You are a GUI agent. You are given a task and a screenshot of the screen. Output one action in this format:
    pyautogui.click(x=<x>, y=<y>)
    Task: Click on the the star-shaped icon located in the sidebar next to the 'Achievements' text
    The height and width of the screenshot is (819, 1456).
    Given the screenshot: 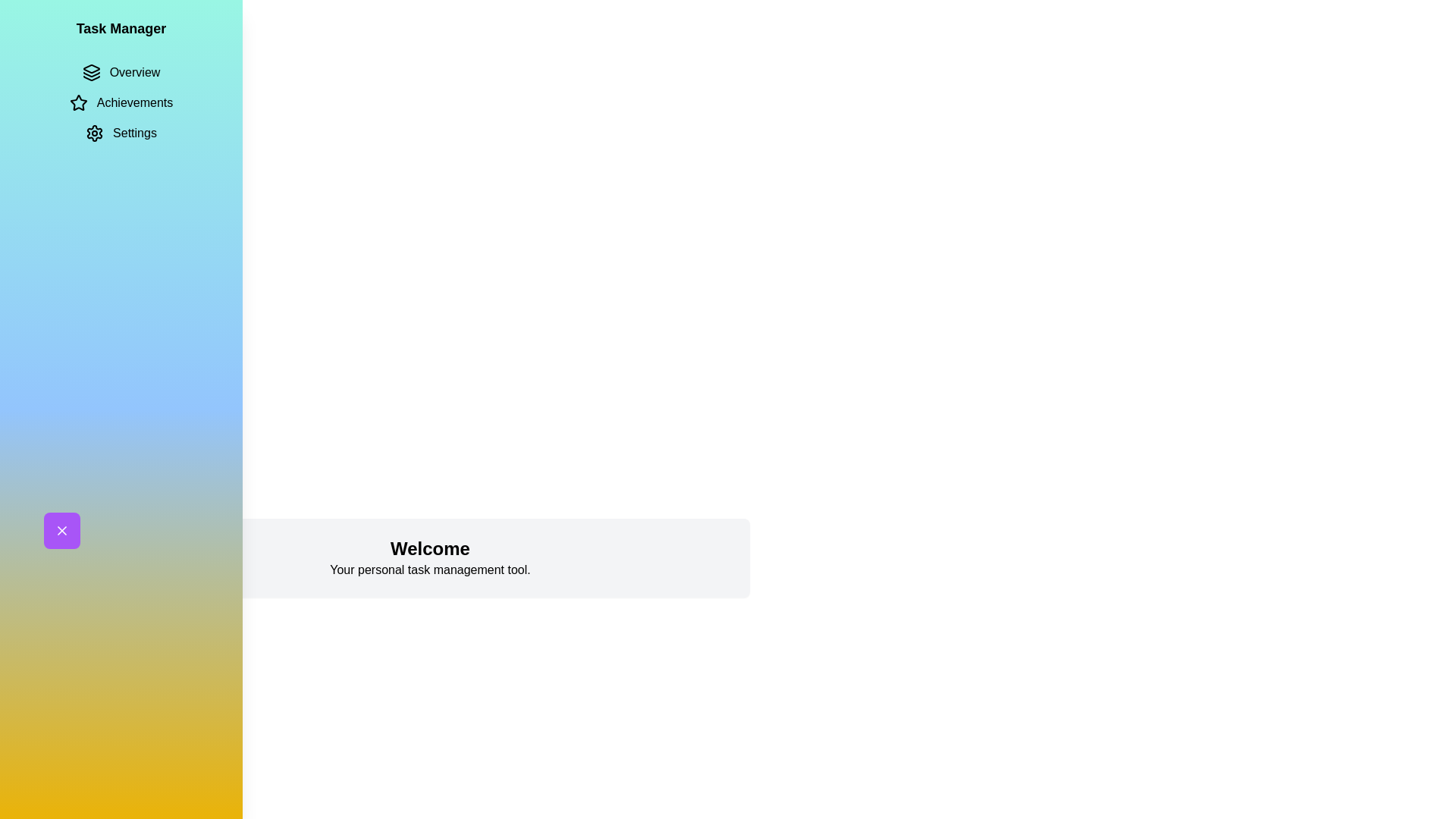 What is the action you would take?
    pyautogui.click(x=77, y=102)
    